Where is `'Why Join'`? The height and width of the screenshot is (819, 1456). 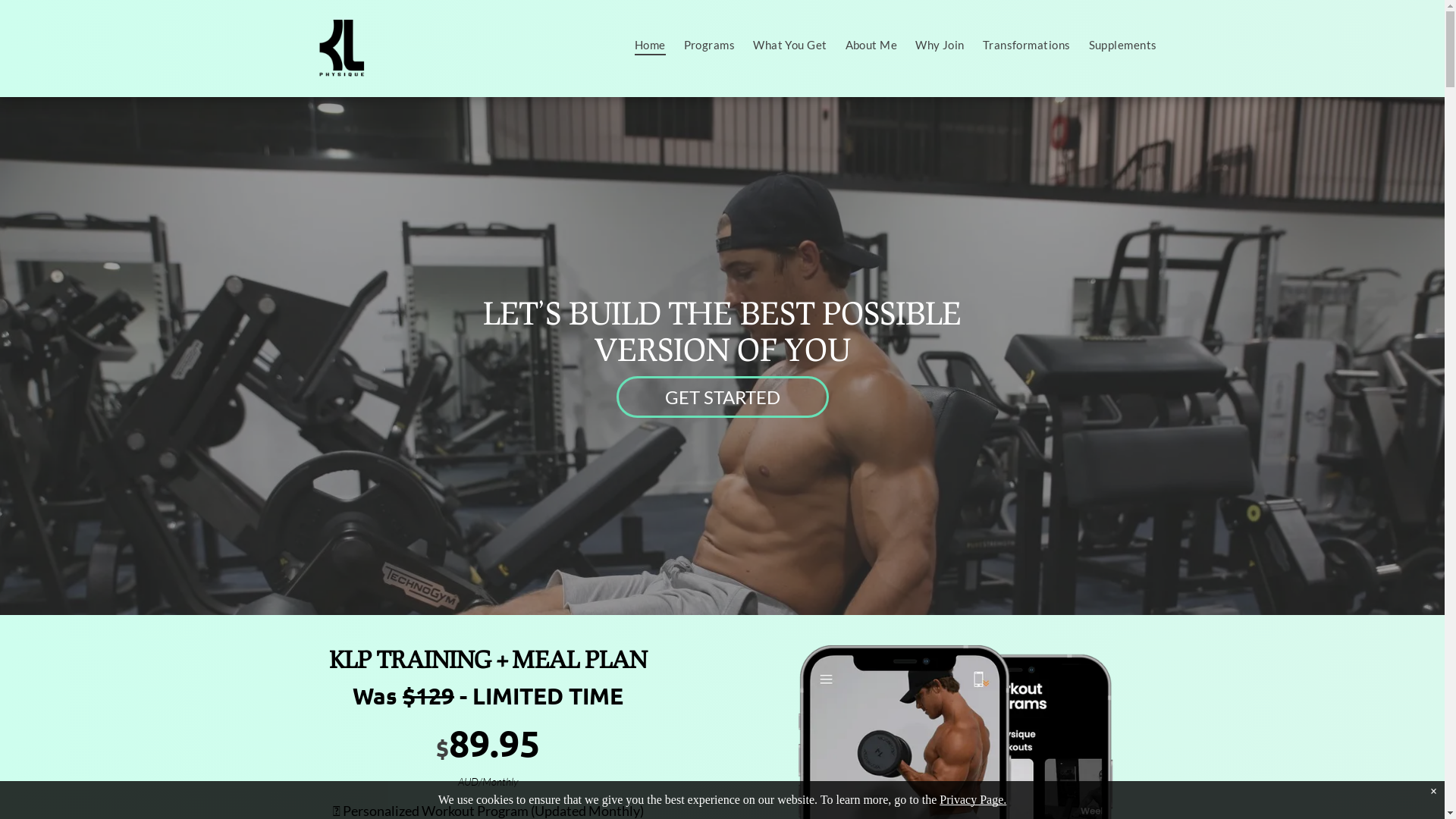
'Why Join' is located at coordinates (939, 43).